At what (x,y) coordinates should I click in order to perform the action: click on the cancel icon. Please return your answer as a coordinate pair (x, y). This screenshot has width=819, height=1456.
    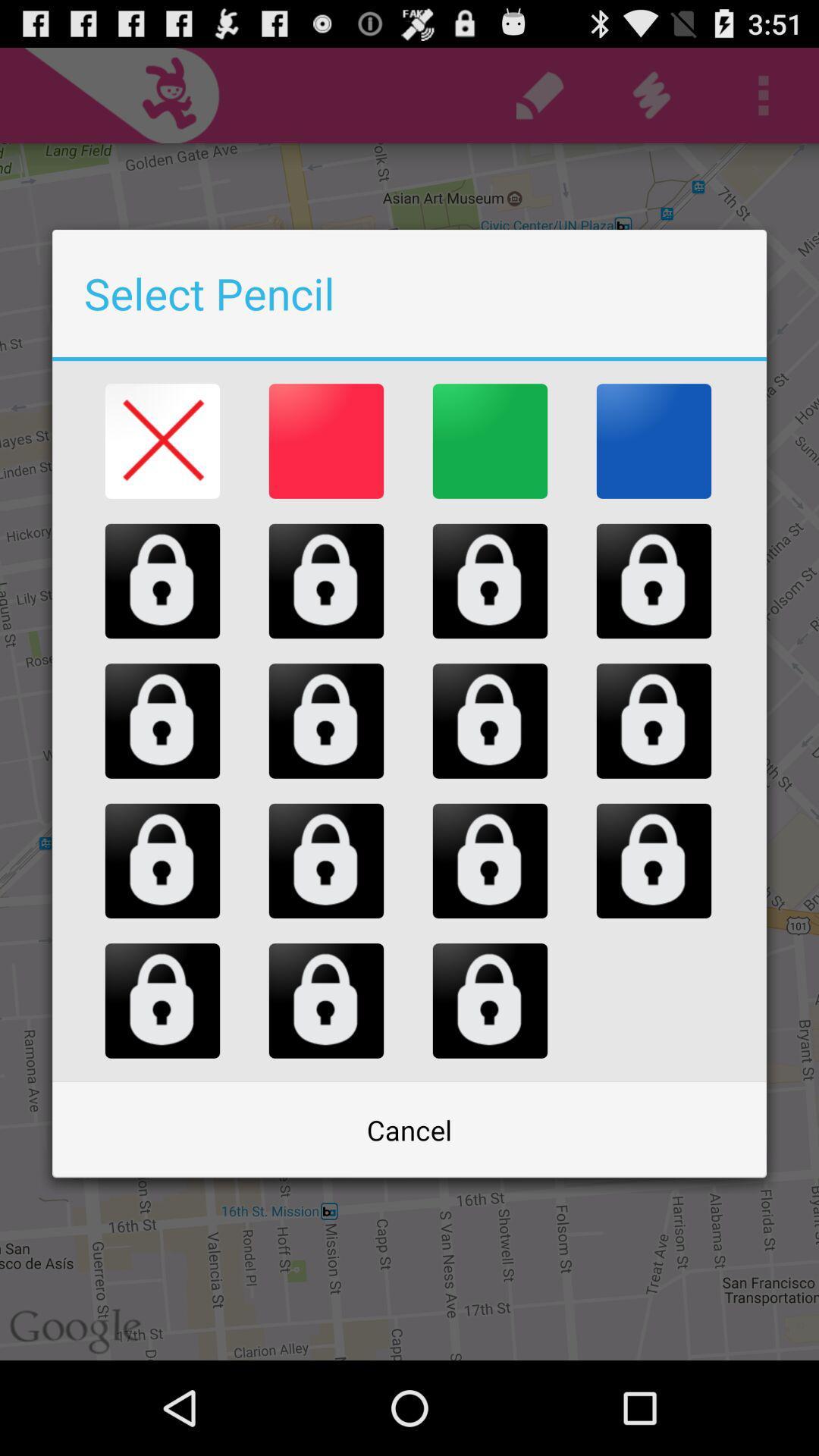
    Looking at the image, I should click on (409, 1130).